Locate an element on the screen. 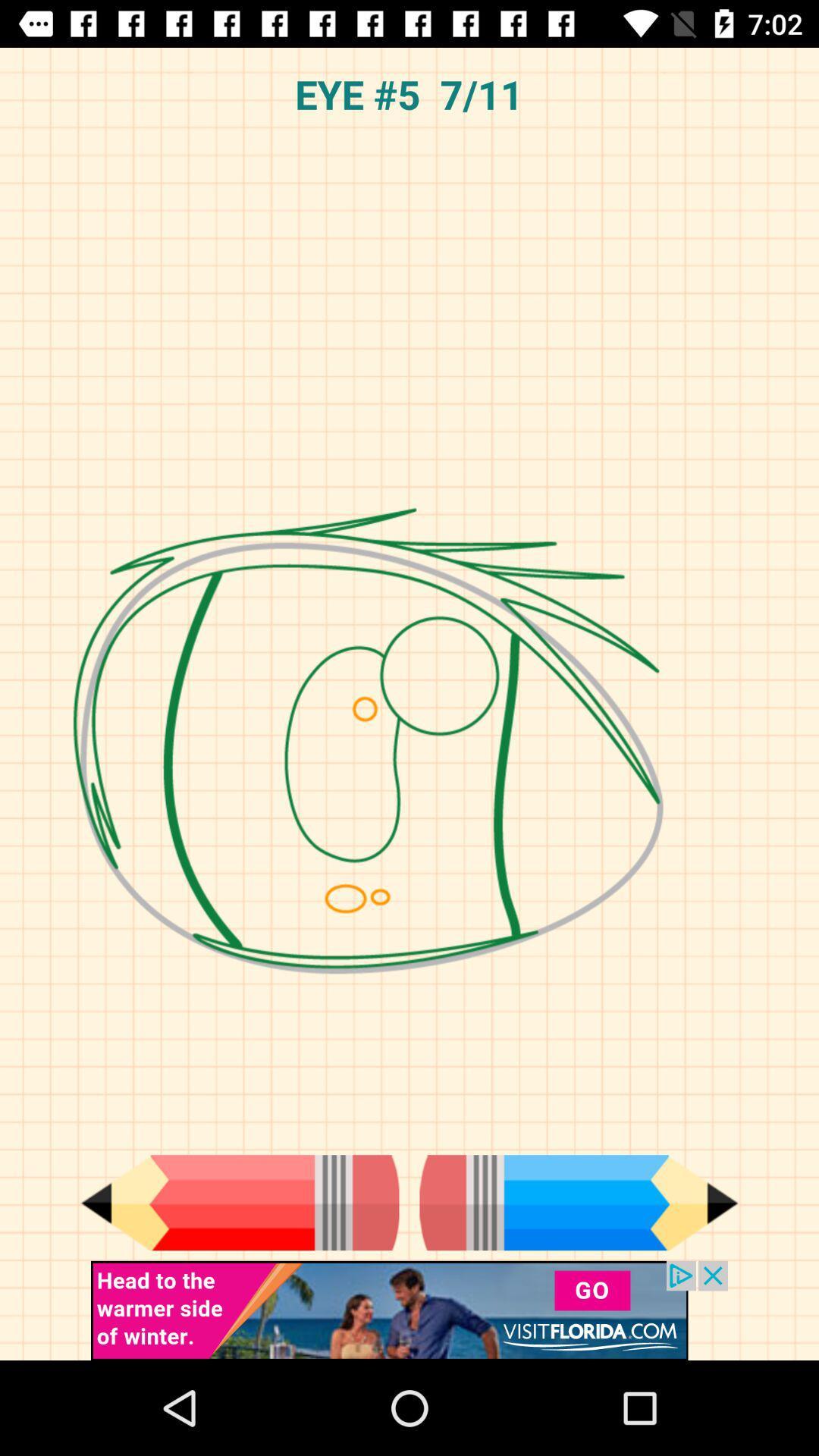 The height and width of the screenshot is (1456, 819). next page is located at coordinates (579, 1202).